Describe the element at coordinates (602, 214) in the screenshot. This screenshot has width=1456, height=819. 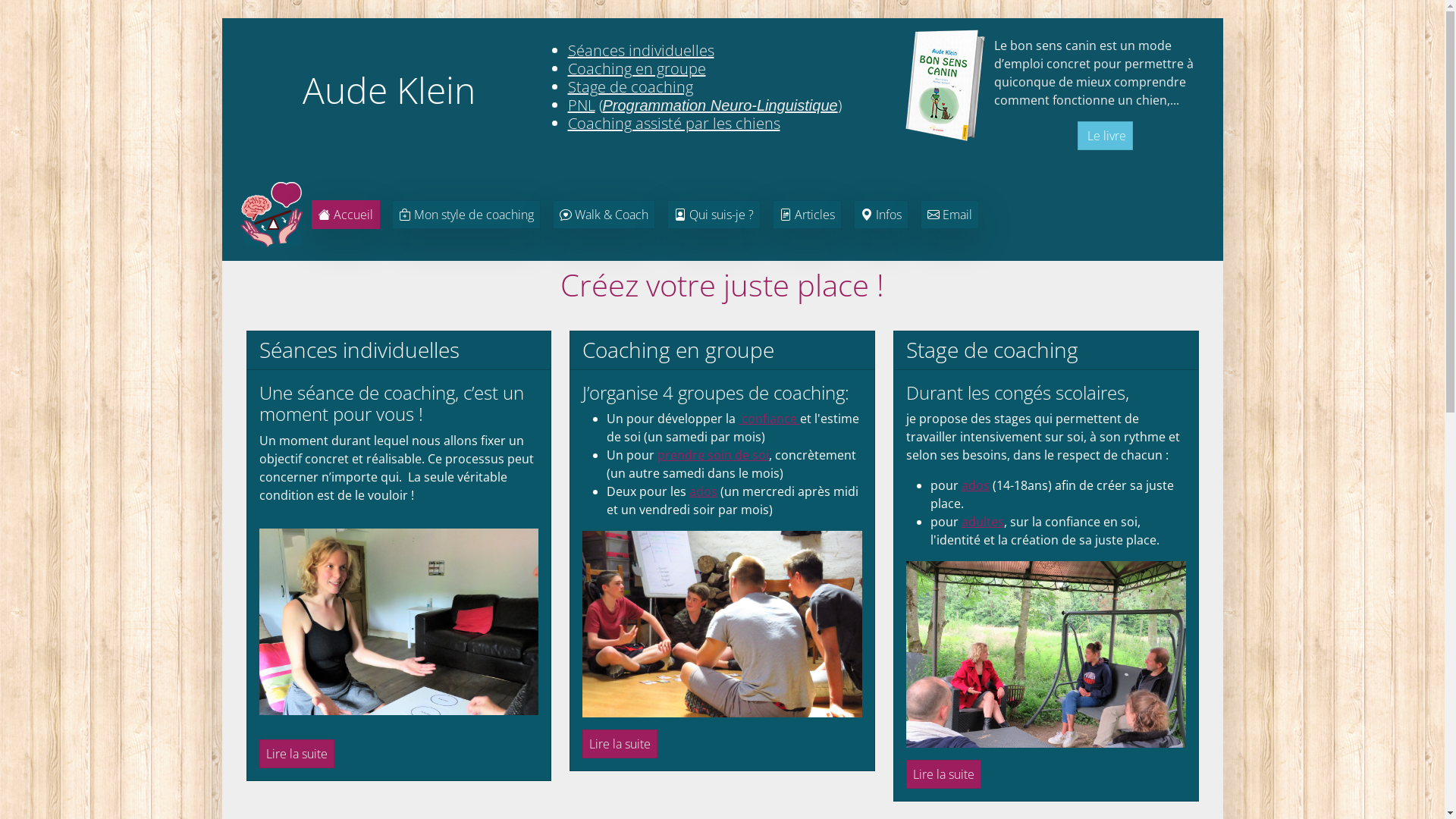
I see `'Walk & Coach'` at that location.